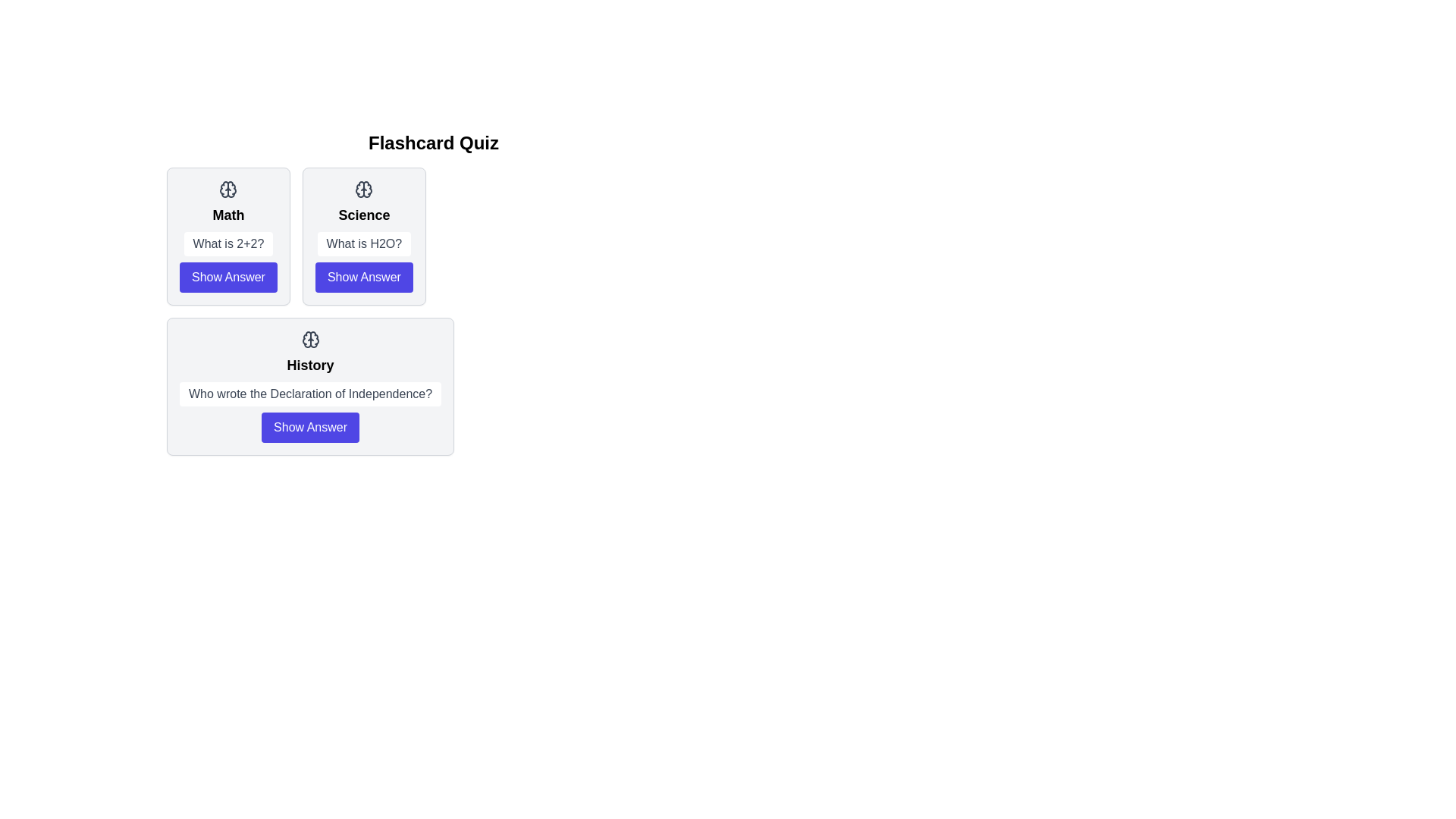  Describe the element at coordinates (227, 278) in the screenshot. I see `the 'Show Answer' button for the Math flashcard` at that location.